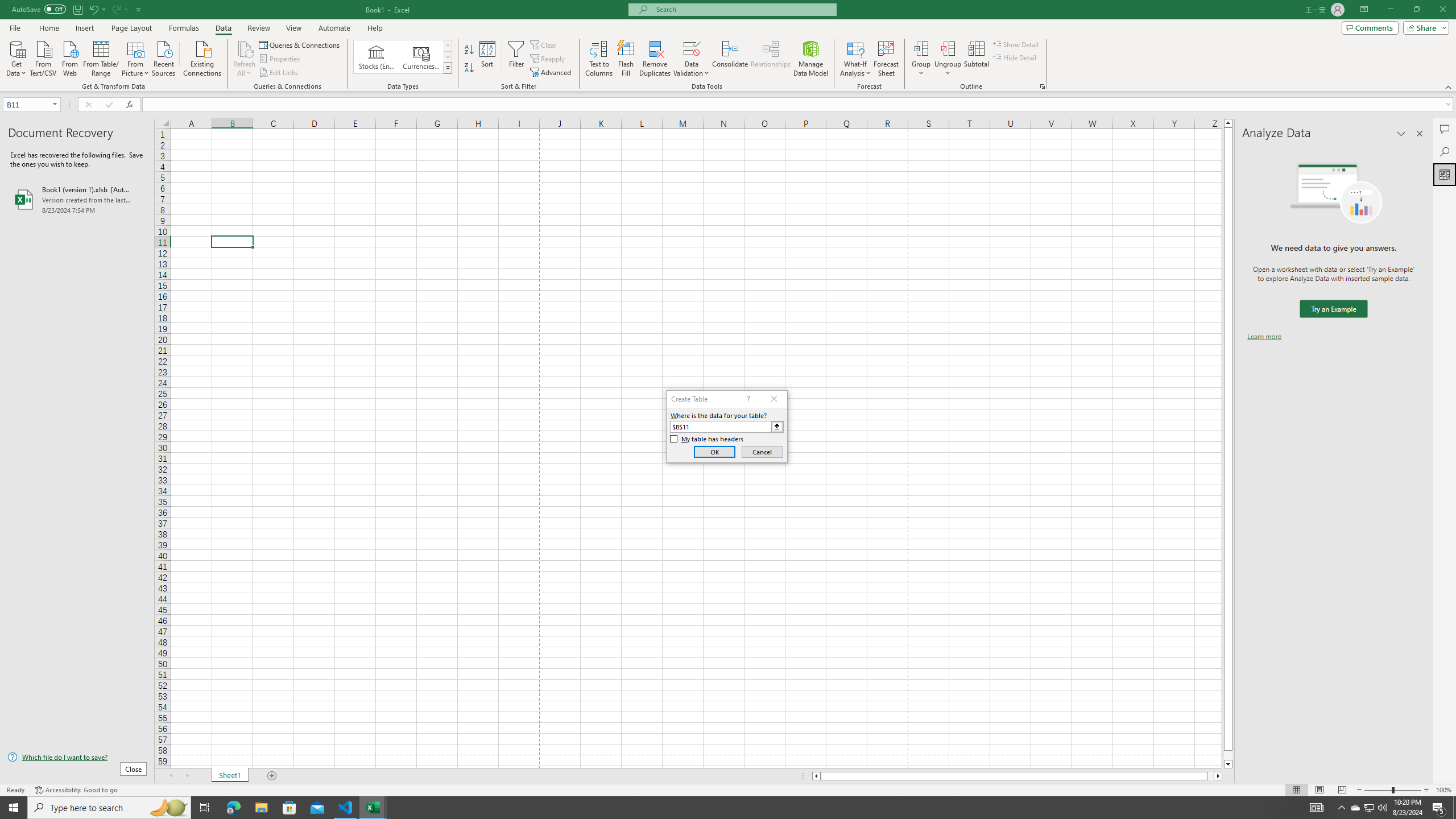 Image resolution: width=1456 pixels, height=819 pixels. I want to click on 'Group...', so click(921, 48).